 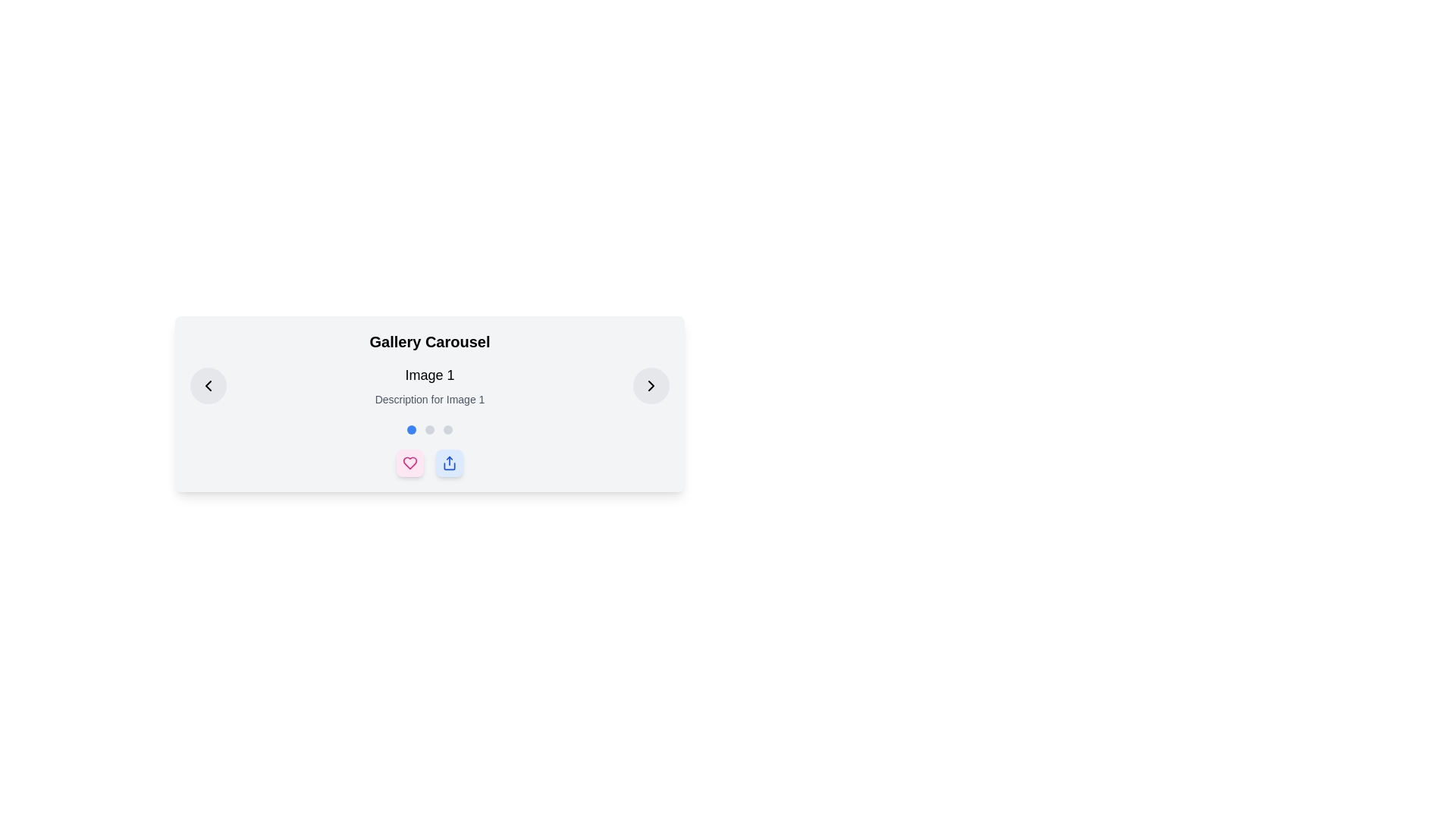 What do you see at coordinates (207, 385) in the screenshot?
I see `the navigation button located on the extreme left side of the carousel interface to move backwards through the images` at bounding box center [207, 385].